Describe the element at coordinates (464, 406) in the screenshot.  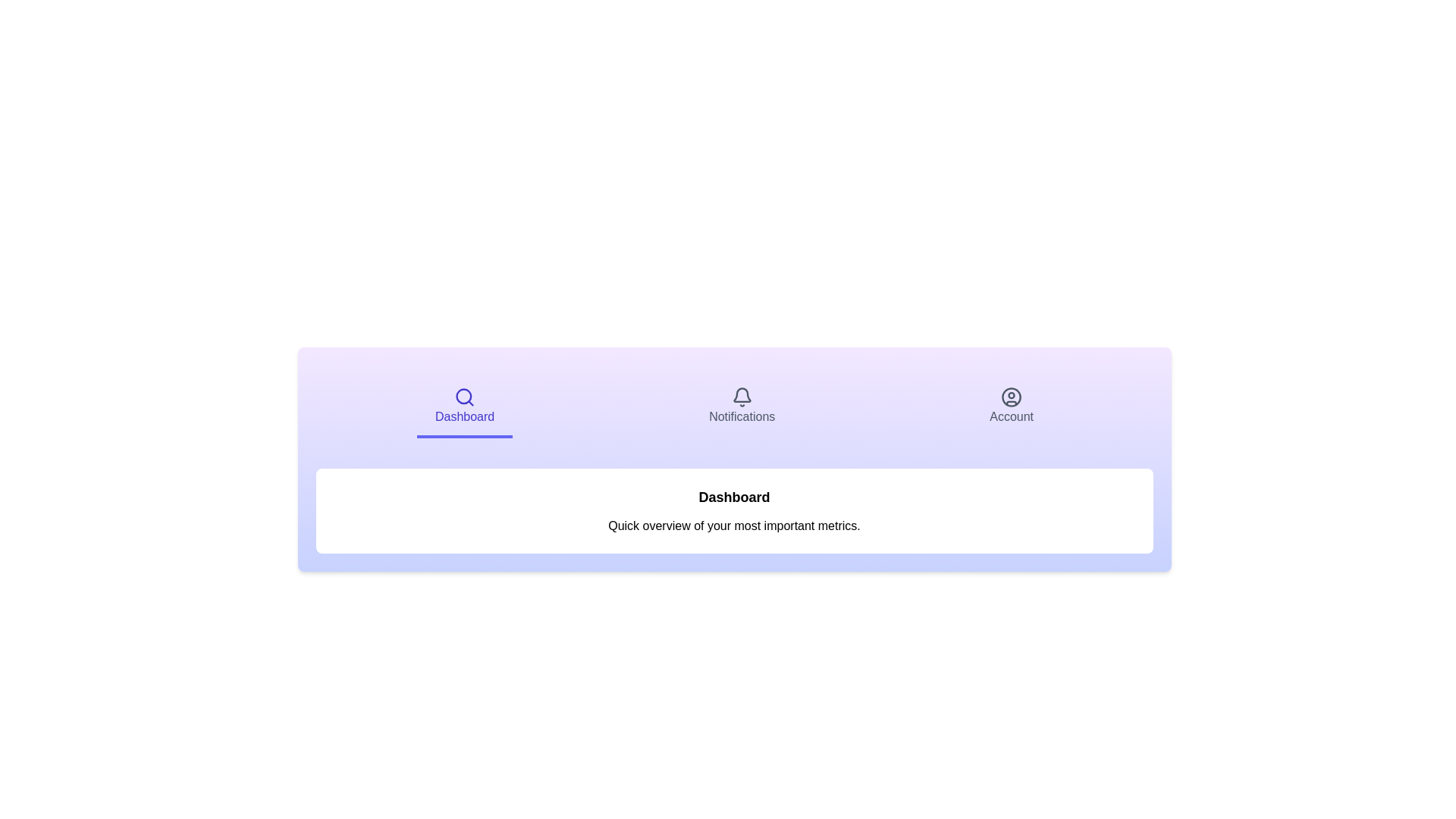
I see `the Dashboard tab by clicking on it` at that location.